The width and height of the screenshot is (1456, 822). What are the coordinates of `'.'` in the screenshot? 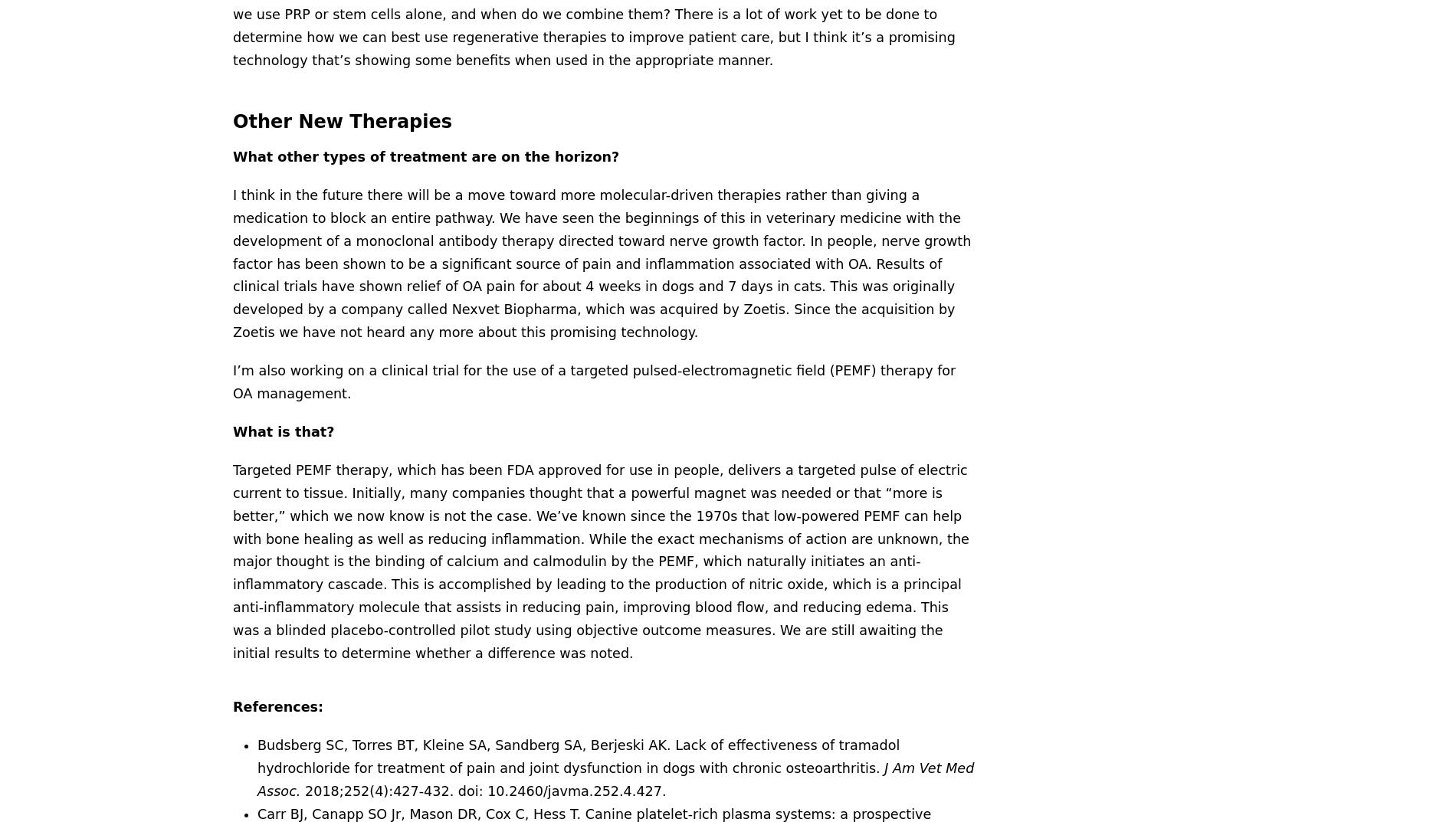 It's located at (663, 791).